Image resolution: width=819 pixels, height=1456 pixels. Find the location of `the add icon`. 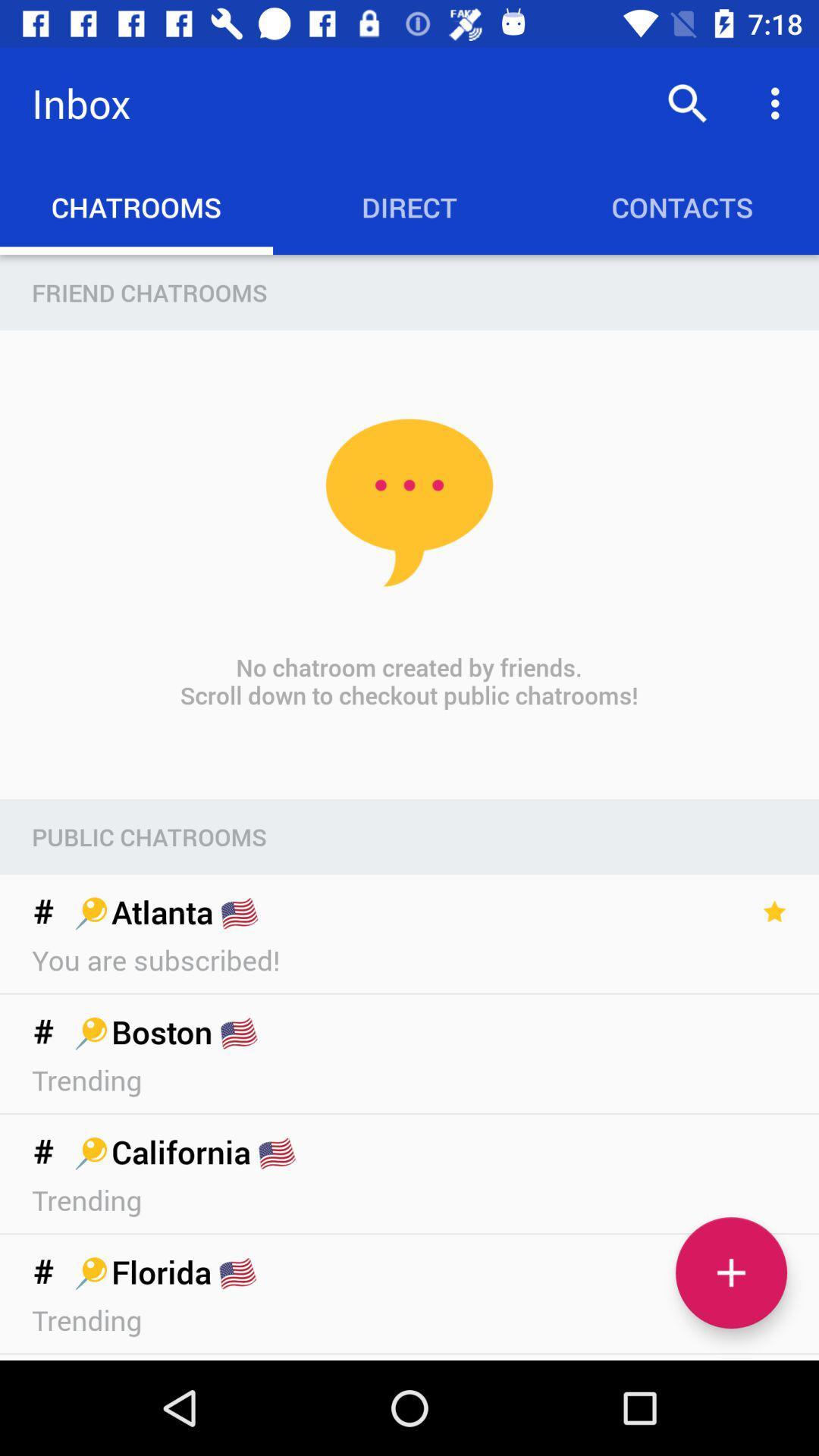

the add icon is located at coordinates (730, 1272).